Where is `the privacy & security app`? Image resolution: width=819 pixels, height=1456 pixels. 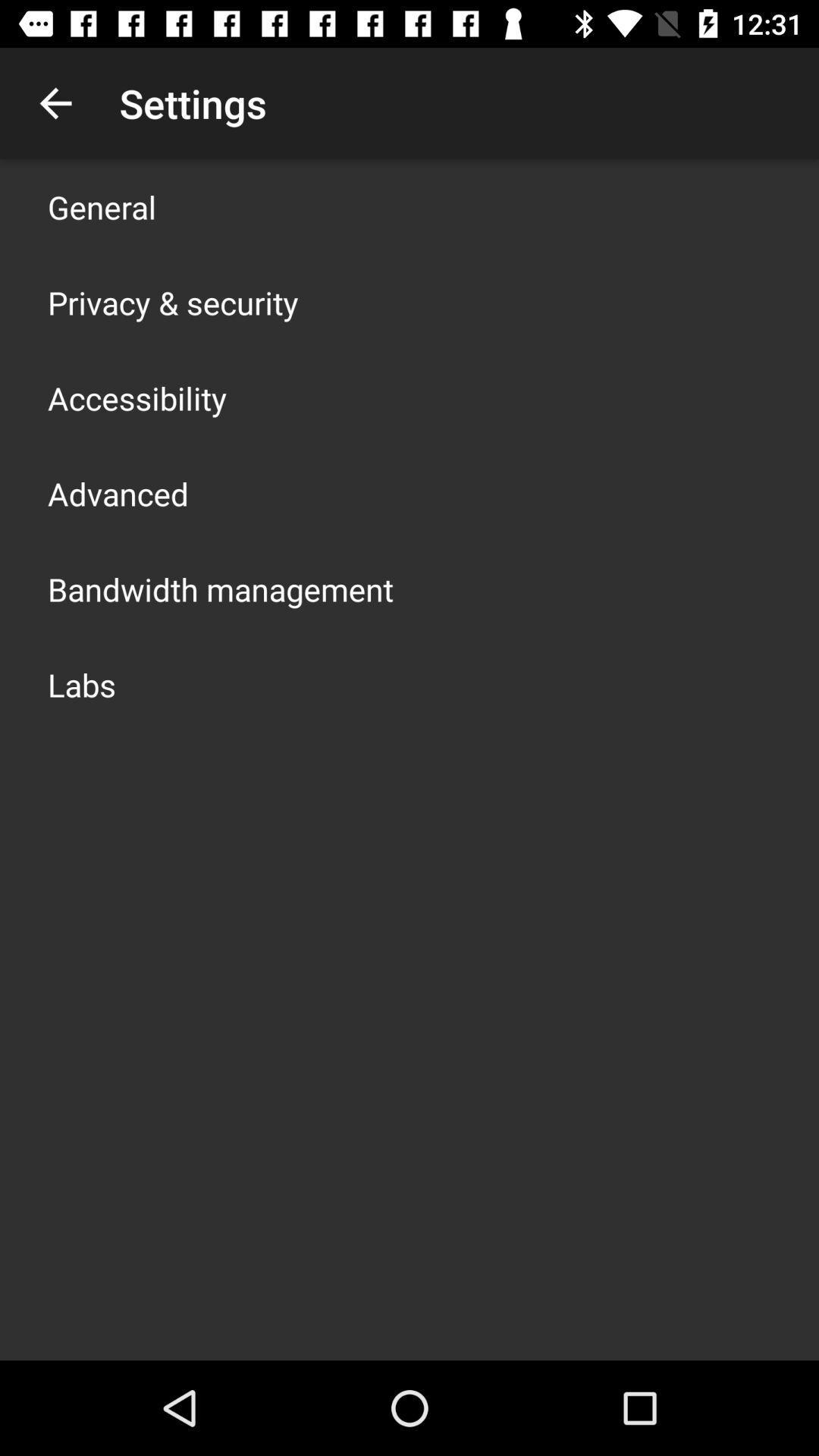
the privacy & security app is located at coordinates (172, 302).